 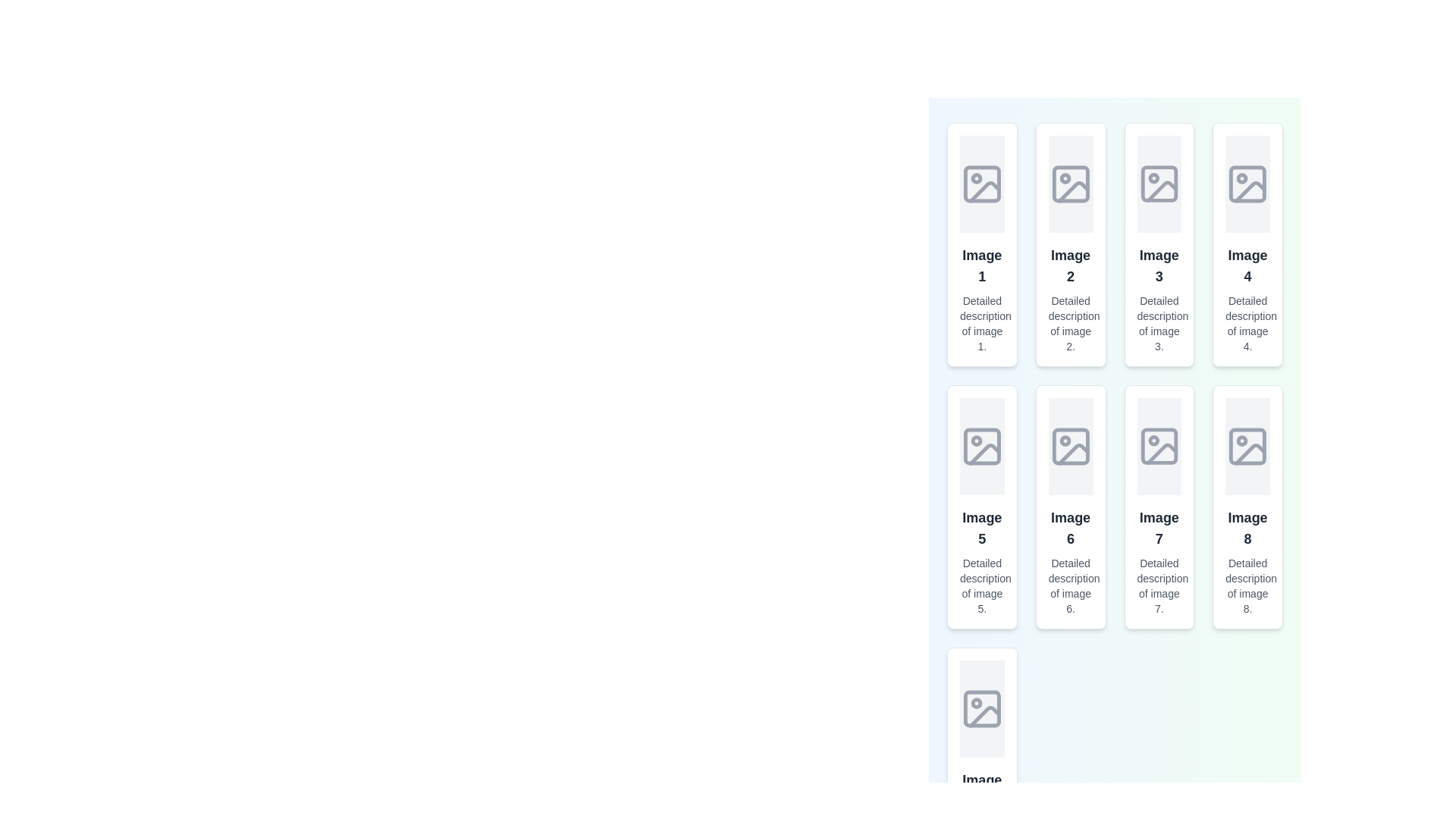 I want to click on the label that serves as a title for 'Image 7', located in the second row and third column of the grid layout, so click(x=1158, y=528).